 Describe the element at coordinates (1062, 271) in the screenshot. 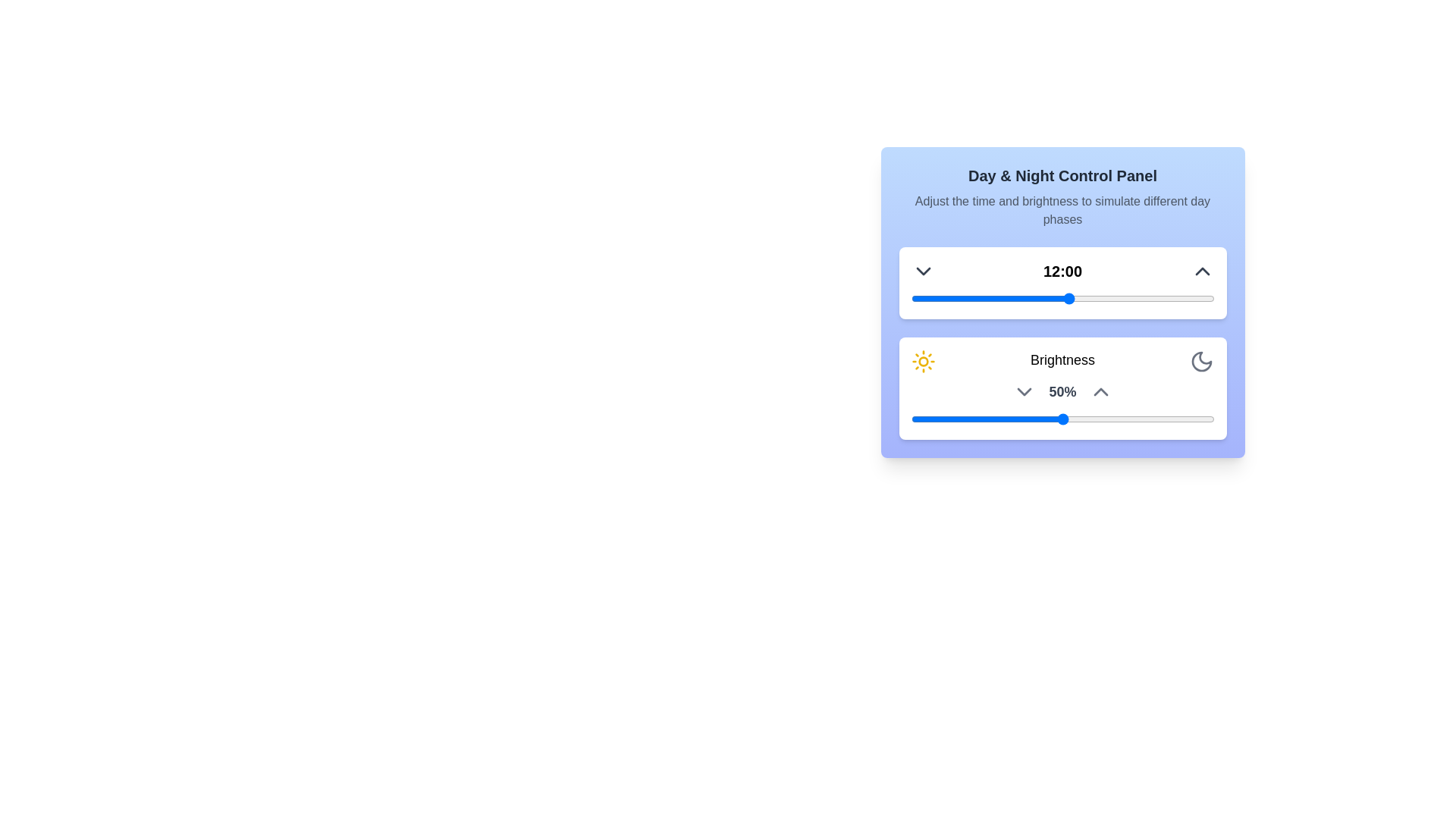

I see `the static text label displaying the current selected time in the 'Day & Night Control Panel', positioned between the upward and downward arrow buttons` at that location.